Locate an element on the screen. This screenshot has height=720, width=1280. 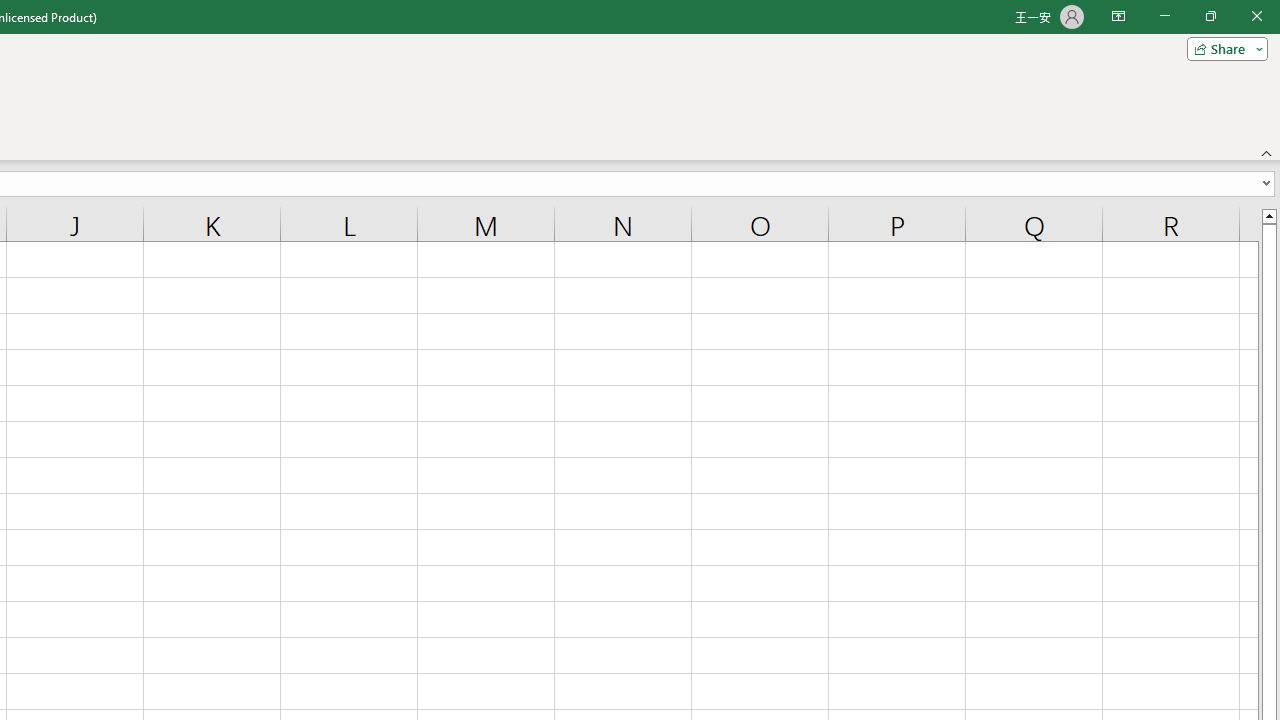
'Ribbon Display Options' is located at coordinates (1117, 16).